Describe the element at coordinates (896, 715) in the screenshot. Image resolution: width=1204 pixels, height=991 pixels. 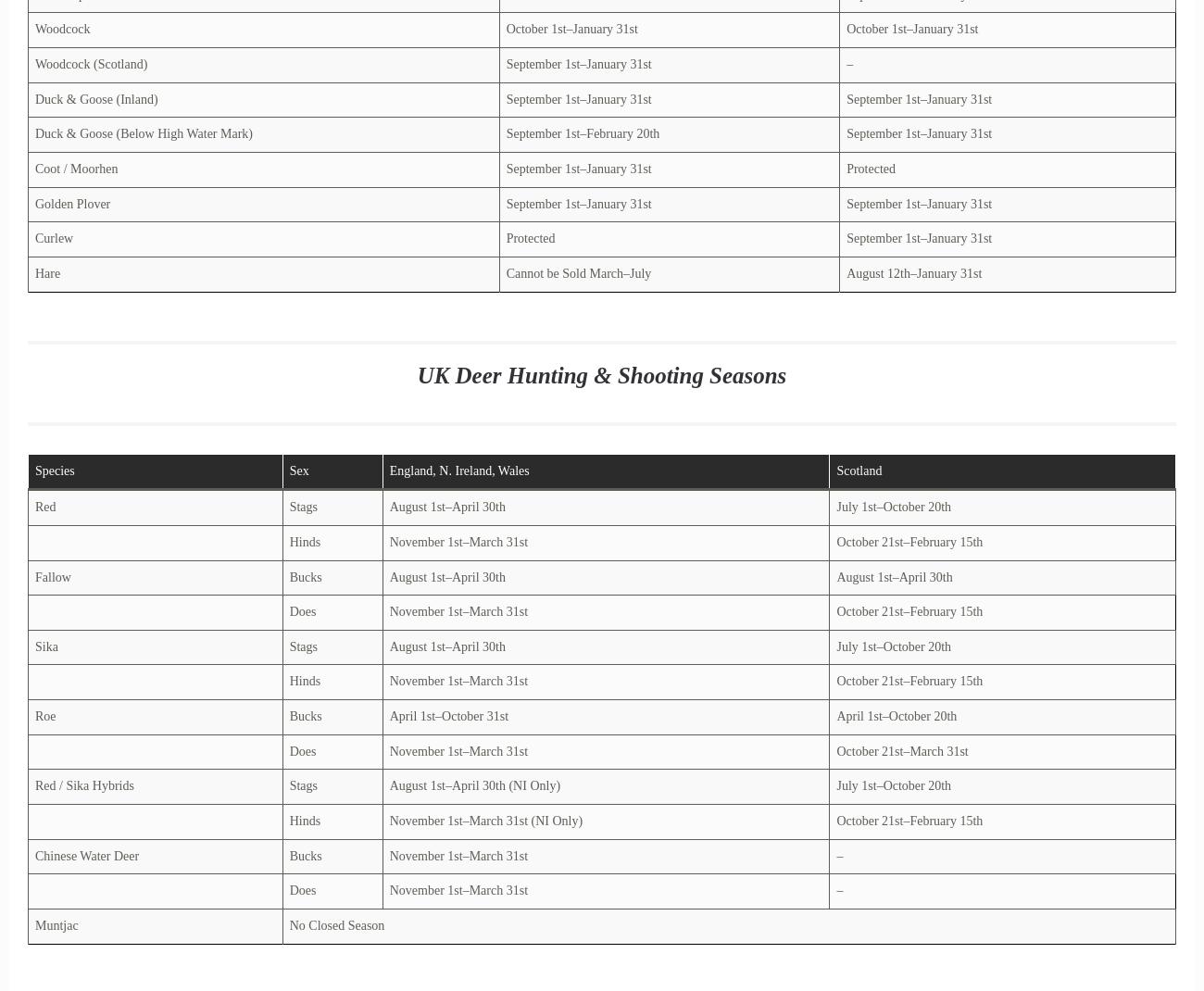
I see `'April 1st–October 20th'` at that location.